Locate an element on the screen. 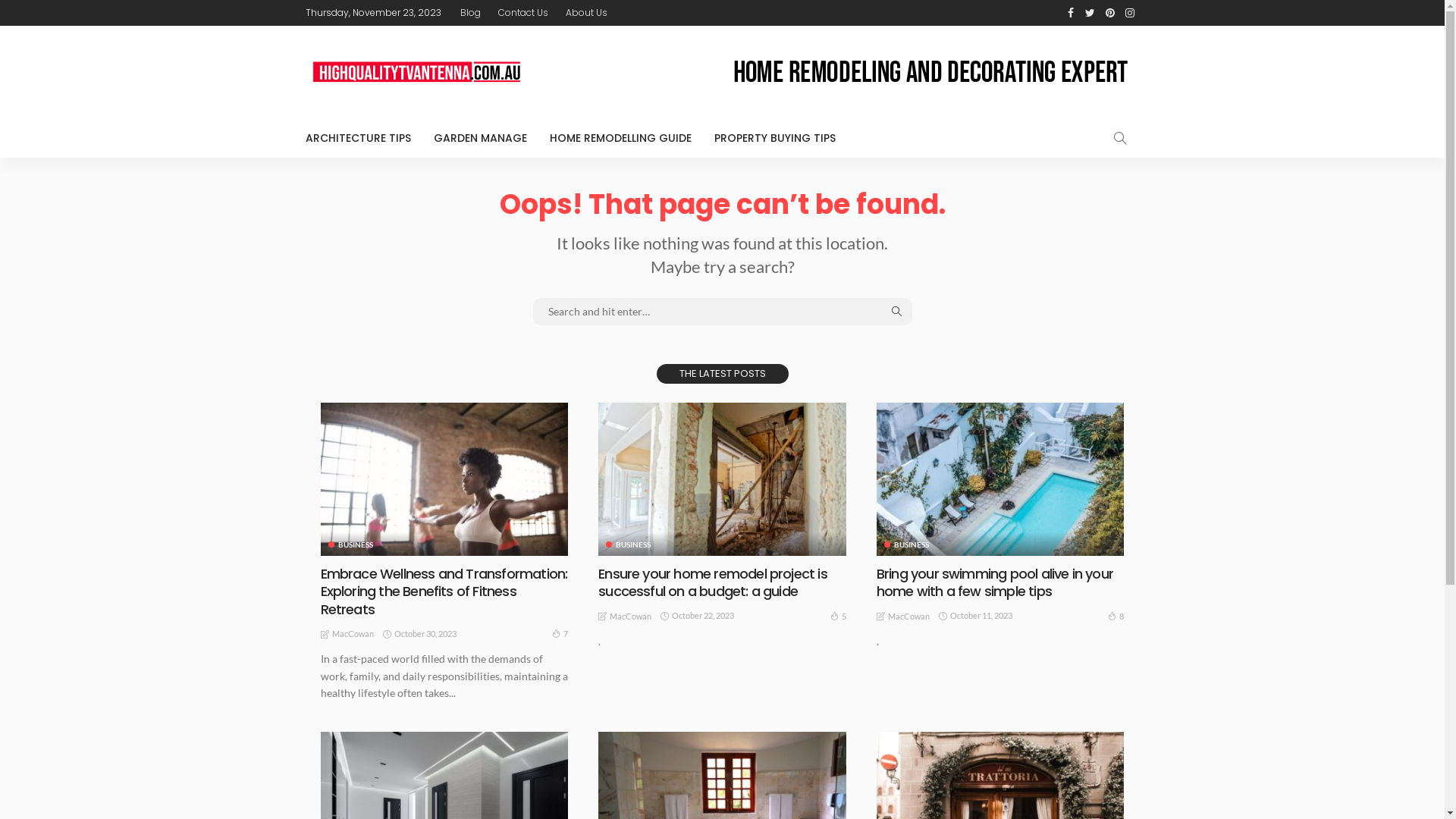  '7' is located at coordinates (559, 633).